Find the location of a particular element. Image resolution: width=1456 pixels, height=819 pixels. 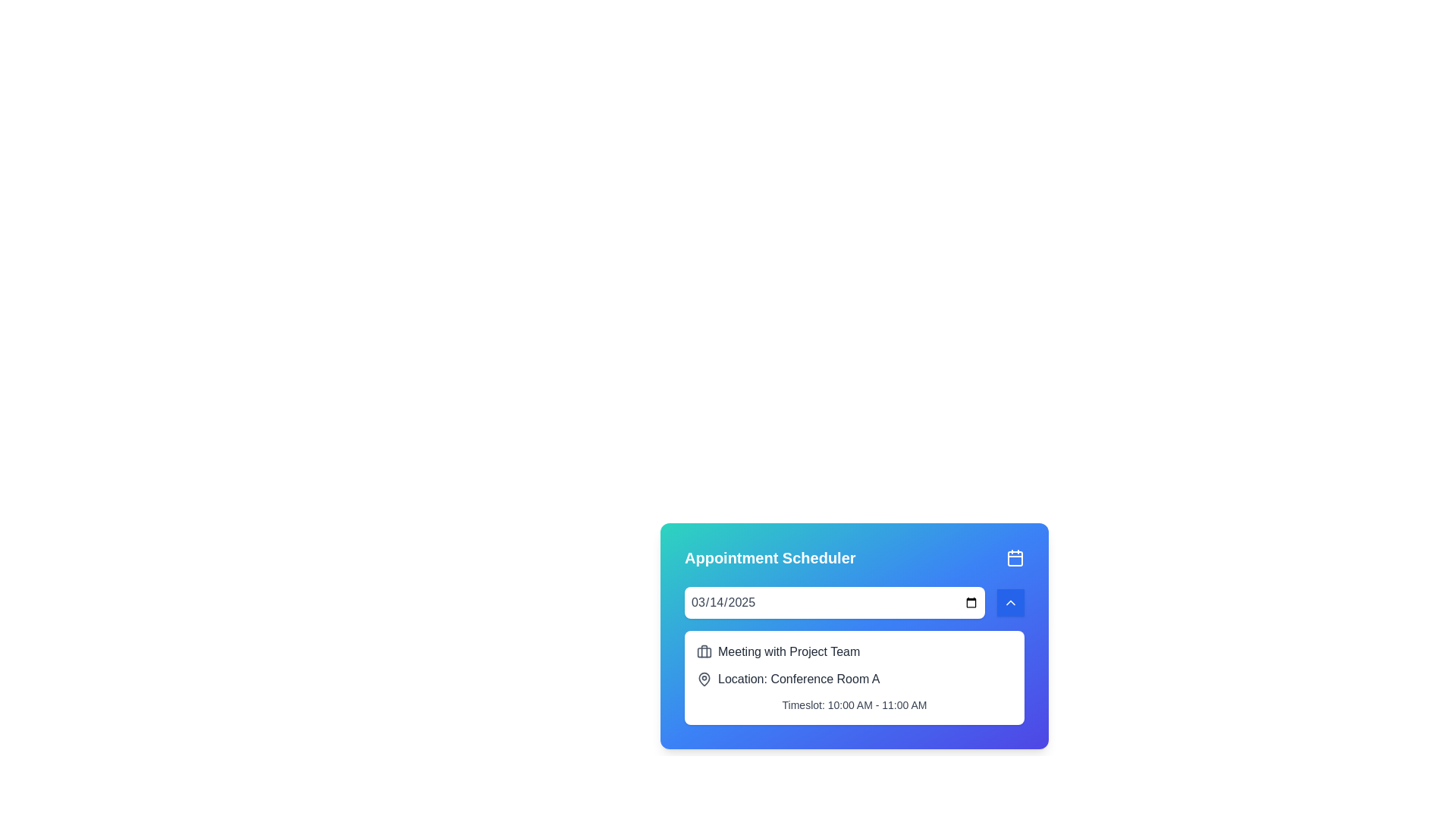

the calendar icon button with a white outline located at the right end of the 'Appointment Scheduler' header is located at coordinates (1015, 558).